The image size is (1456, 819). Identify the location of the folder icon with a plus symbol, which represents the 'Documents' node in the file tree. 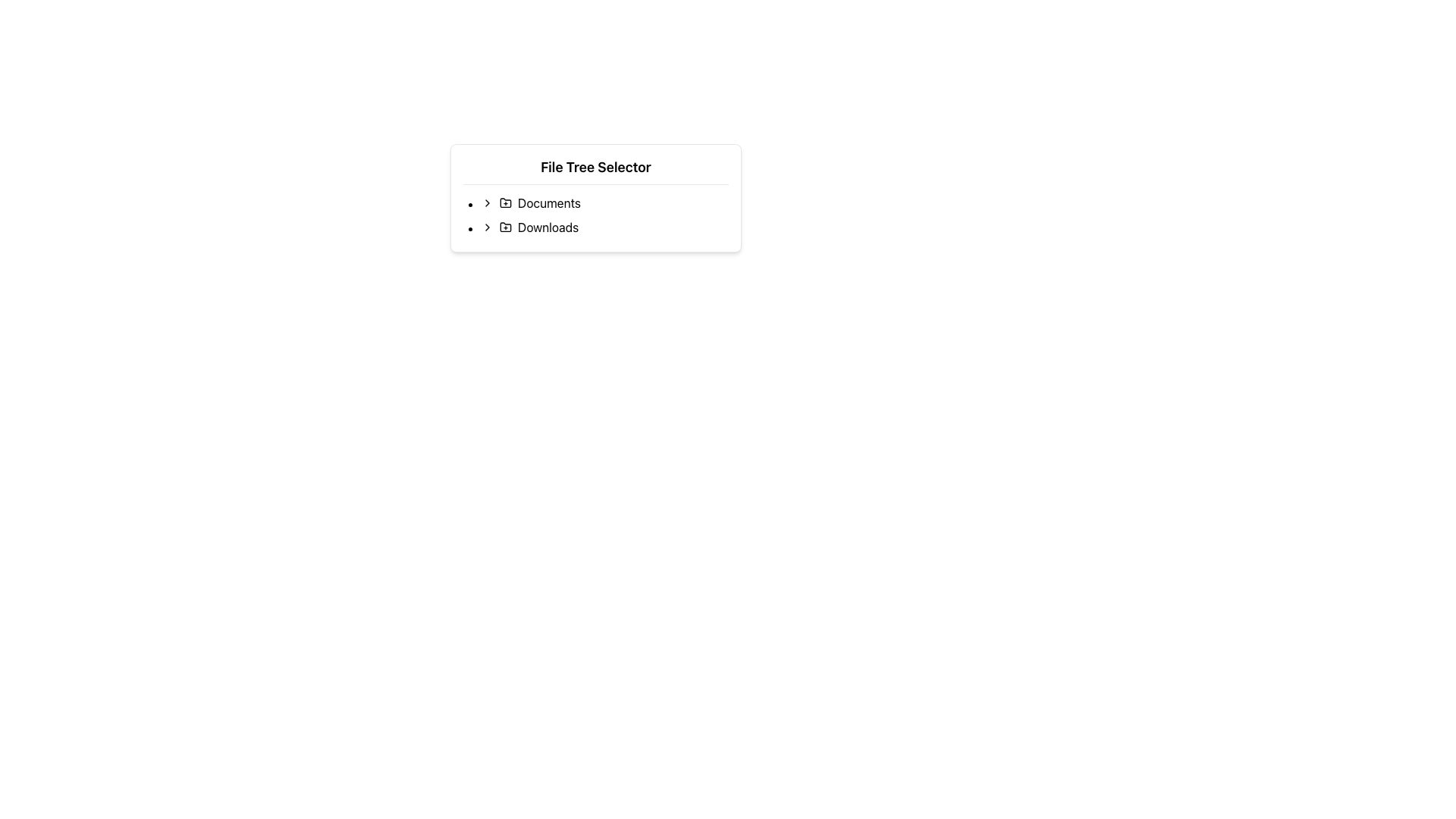
(506, 202).